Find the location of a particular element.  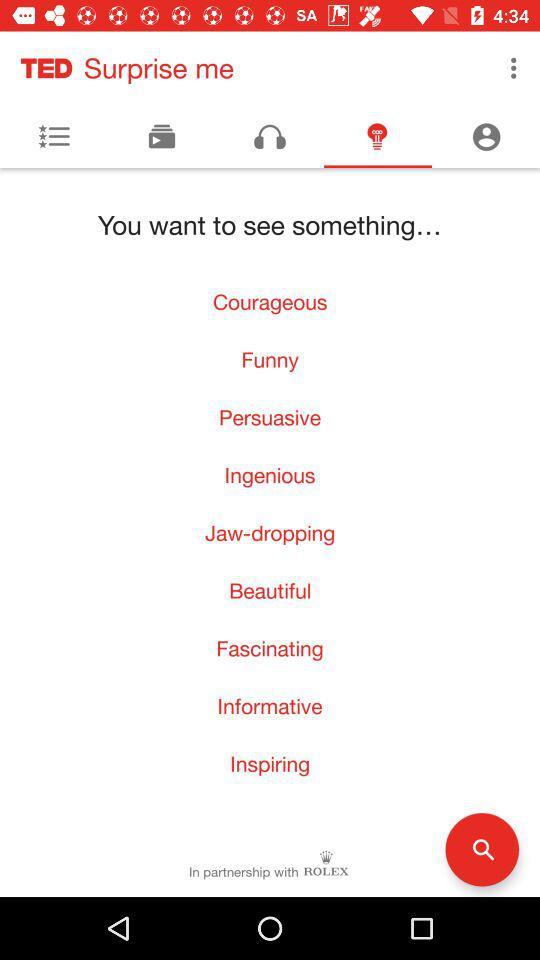

item below funny is located at coordinates (270, 416).